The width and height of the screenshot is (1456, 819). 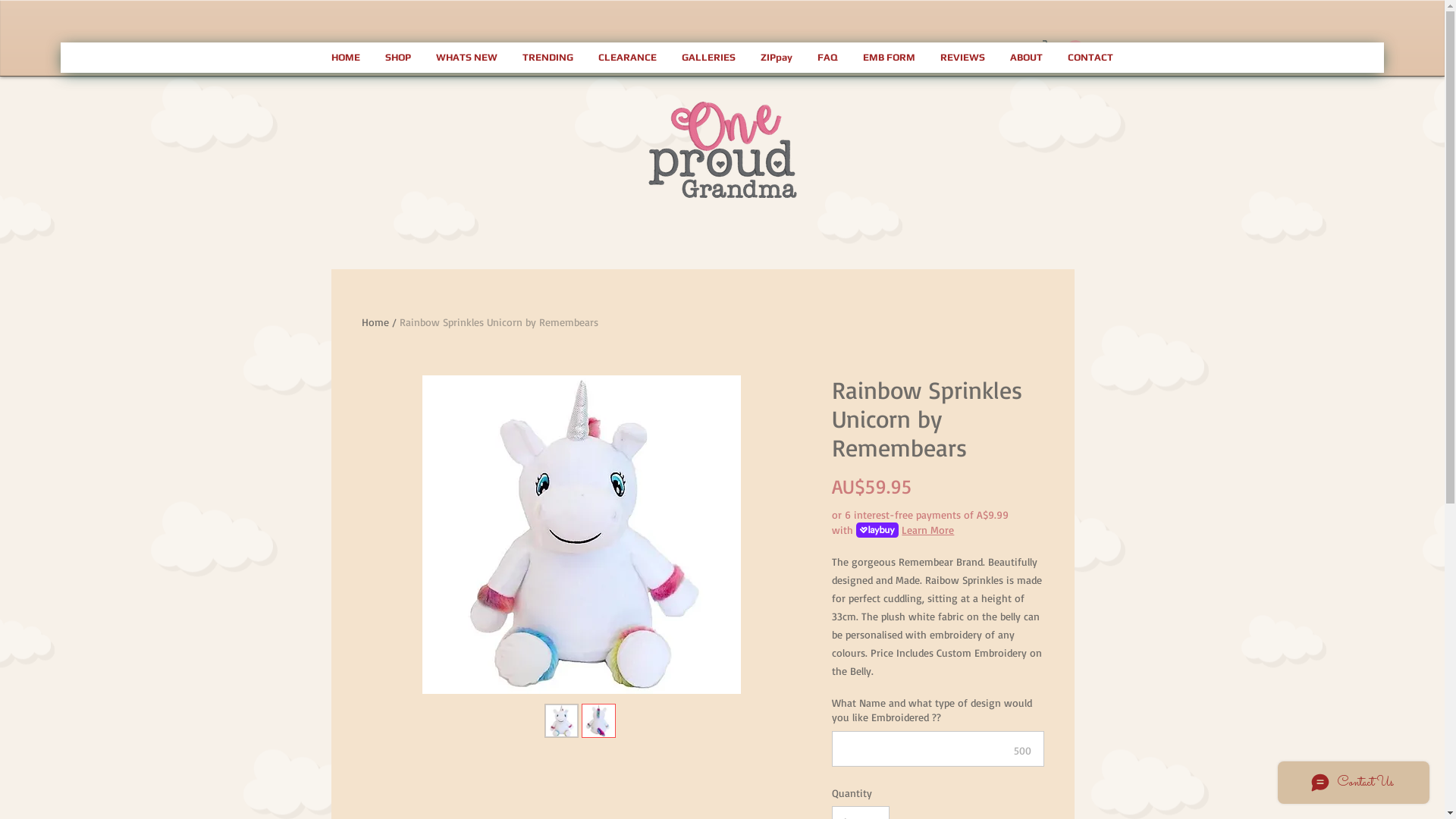 I want to click on 'WHATS NEW', so click(x=422, y=57).